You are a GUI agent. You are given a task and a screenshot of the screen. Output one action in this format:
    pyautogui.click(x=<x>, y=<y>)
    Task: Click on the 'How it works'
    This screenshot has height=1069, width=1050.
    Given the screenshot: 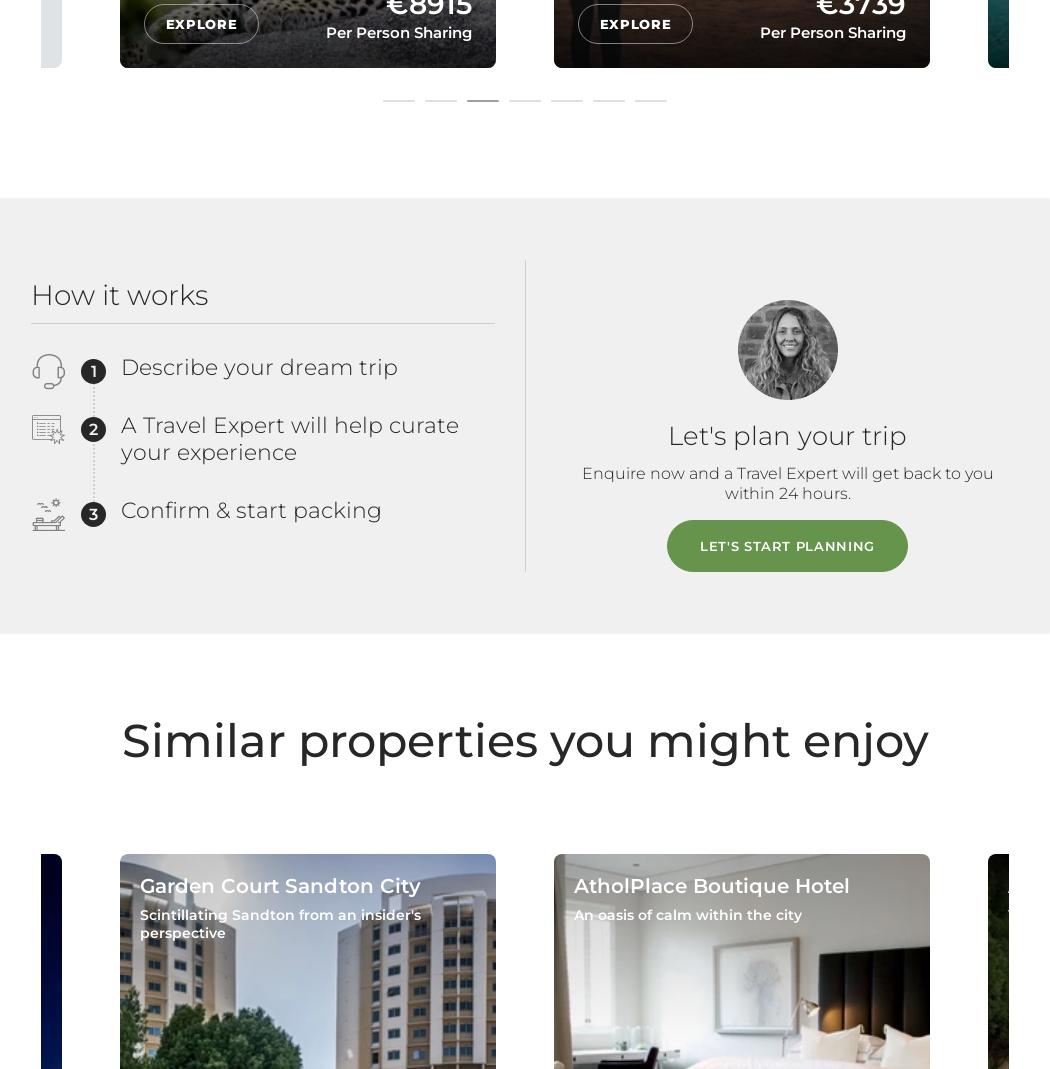 What is the action you would take?
    pyautogui.click(x=118, y=294)
    